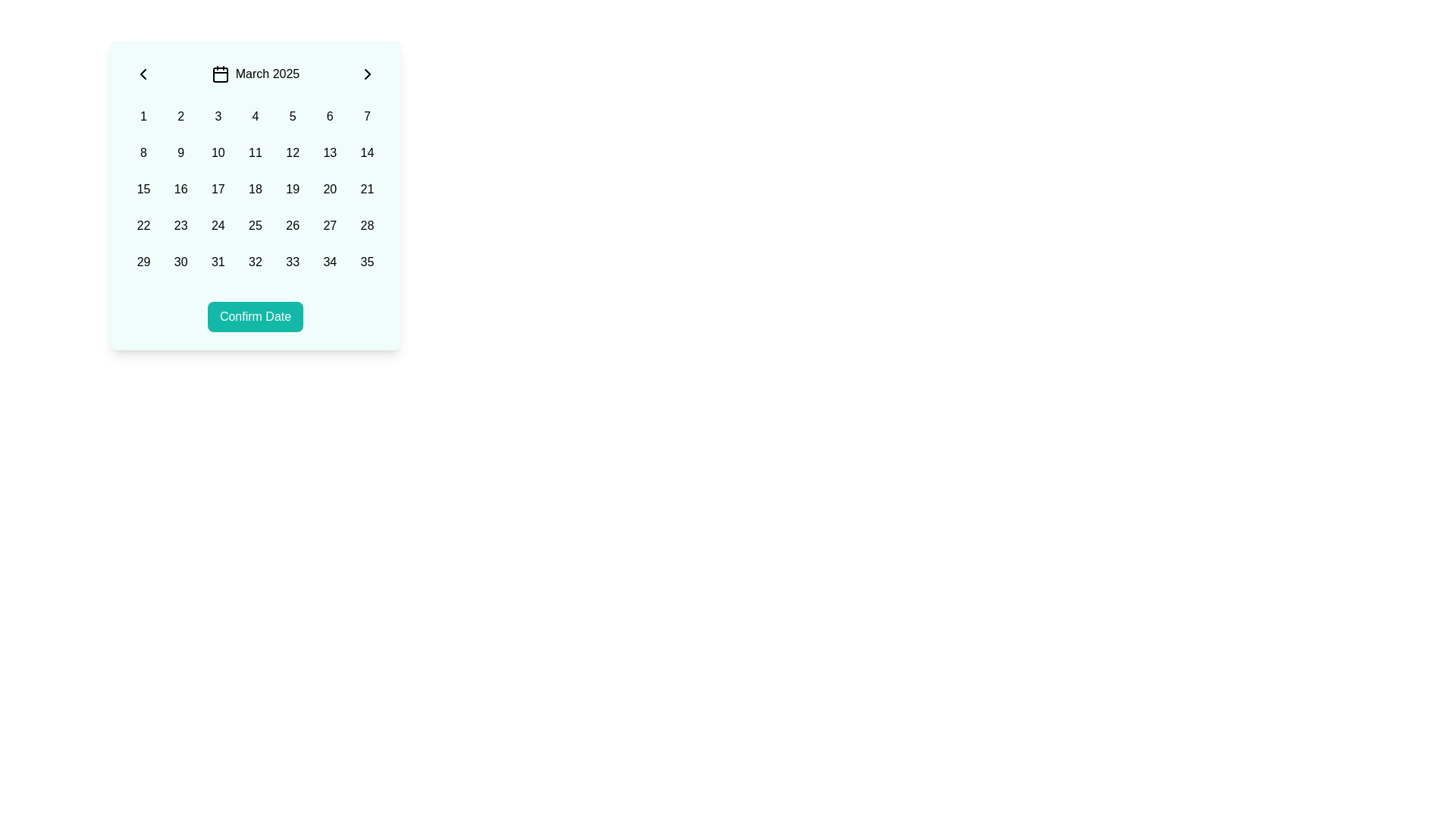 The image size is (1456, 819). I want to click on the interactive grid cell representing the 21st day of March 2025 in the calendar selector, so click(367, 189).